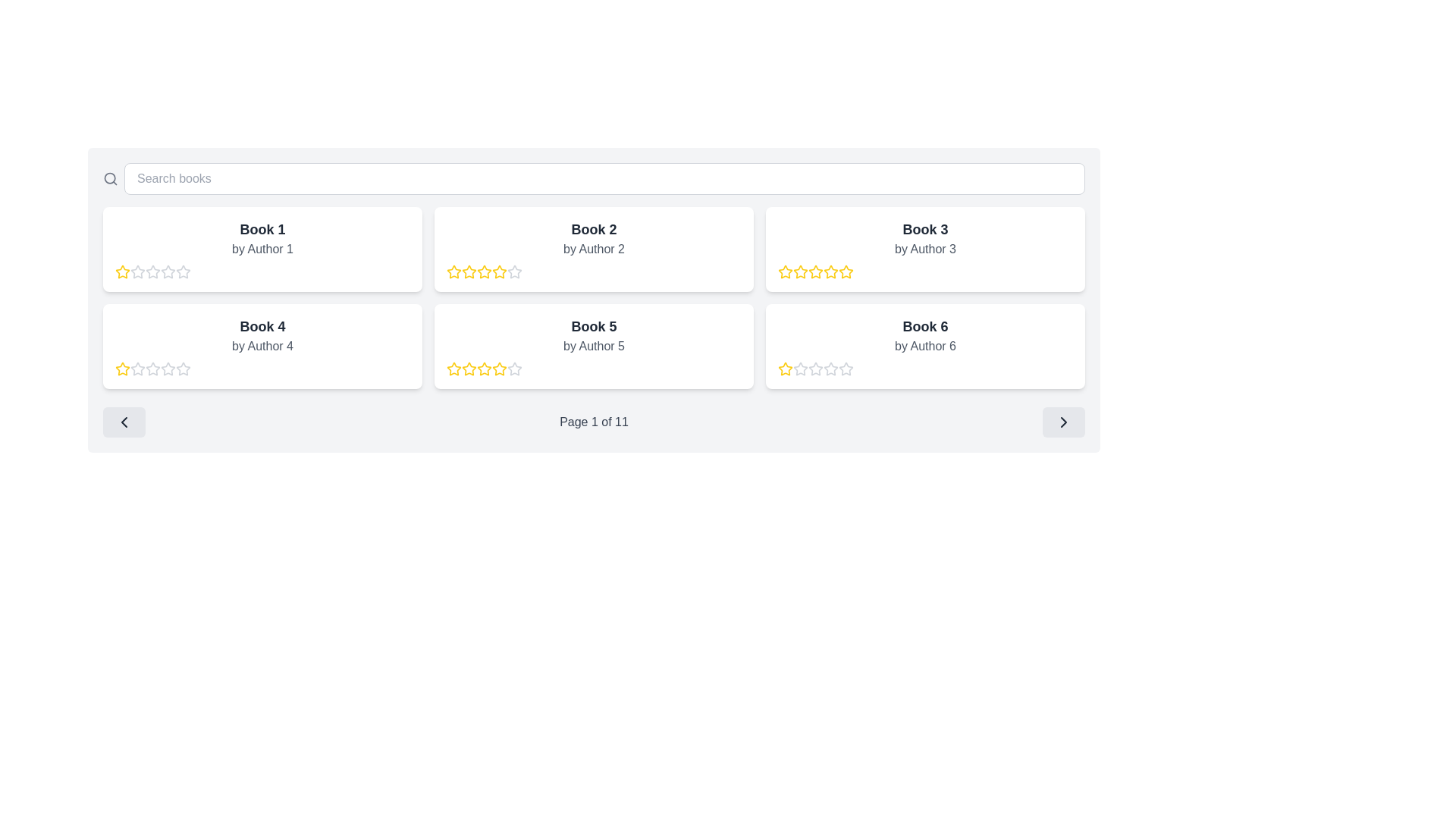 The image size is (1456, 819). Describe the element at coordinates (168, 271) in the screenshot. I see `the second star icon in the five-star rating system for 'Book 1' by Author 1, located in the top-left section of the interface` at that location.